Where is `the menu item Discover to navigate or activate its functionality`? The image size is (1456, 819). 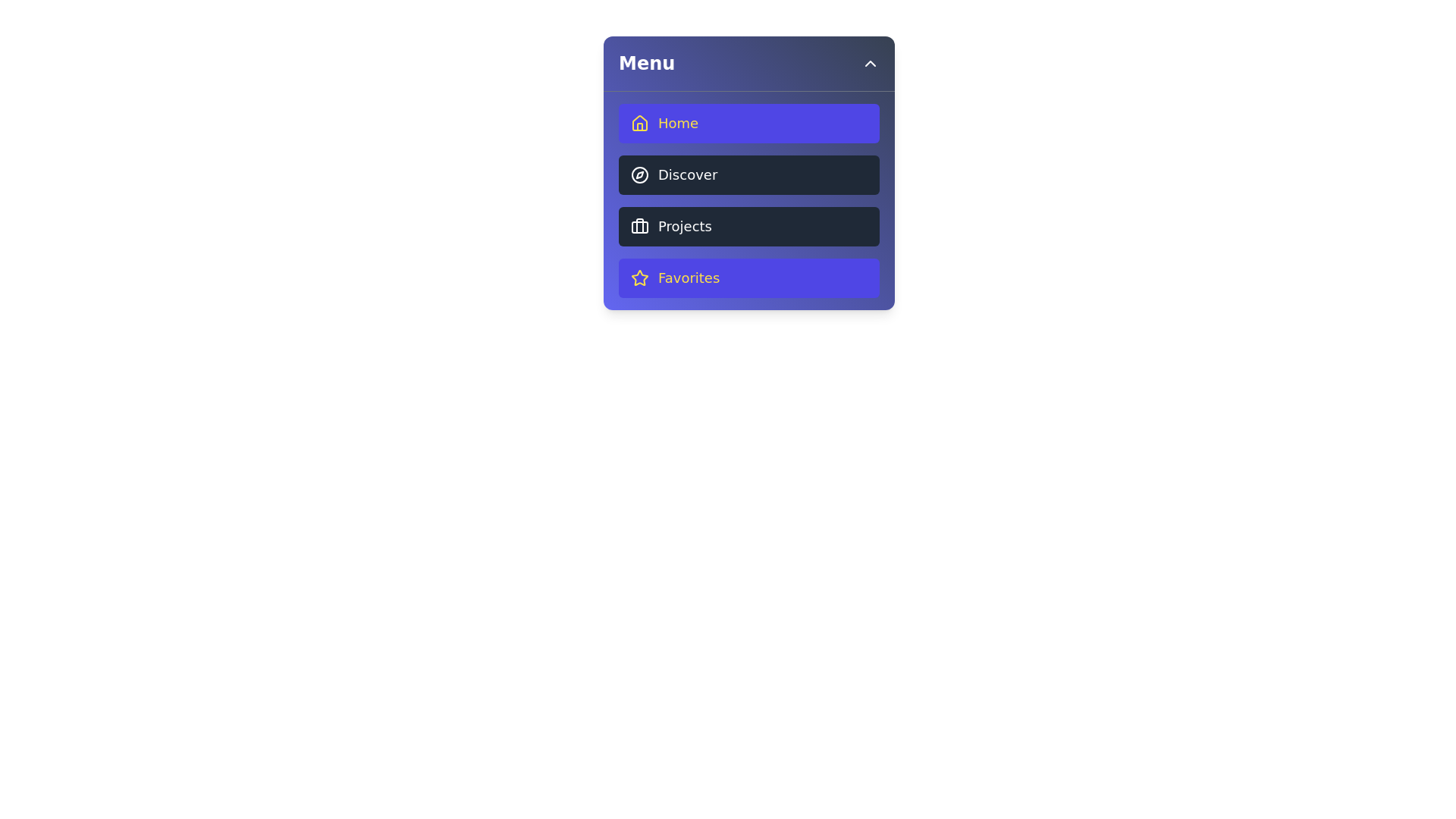 the menu item Discover to navigate or activate its functionality is located at coordinates (749, 174).